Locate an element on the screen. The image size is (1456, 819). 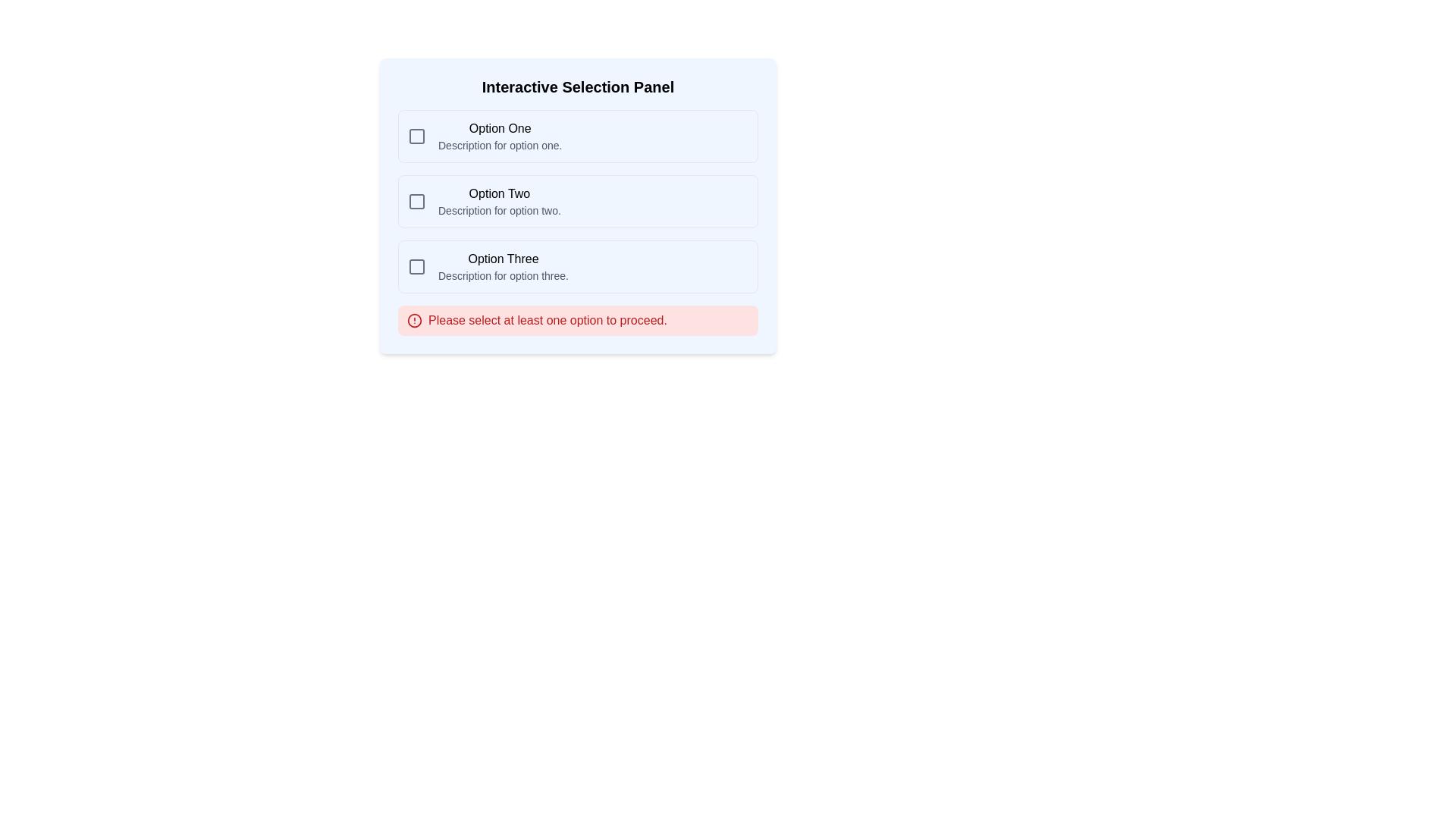
the checkbox located to the left of the label 'Option Two' is located at coordinates (417, 201).